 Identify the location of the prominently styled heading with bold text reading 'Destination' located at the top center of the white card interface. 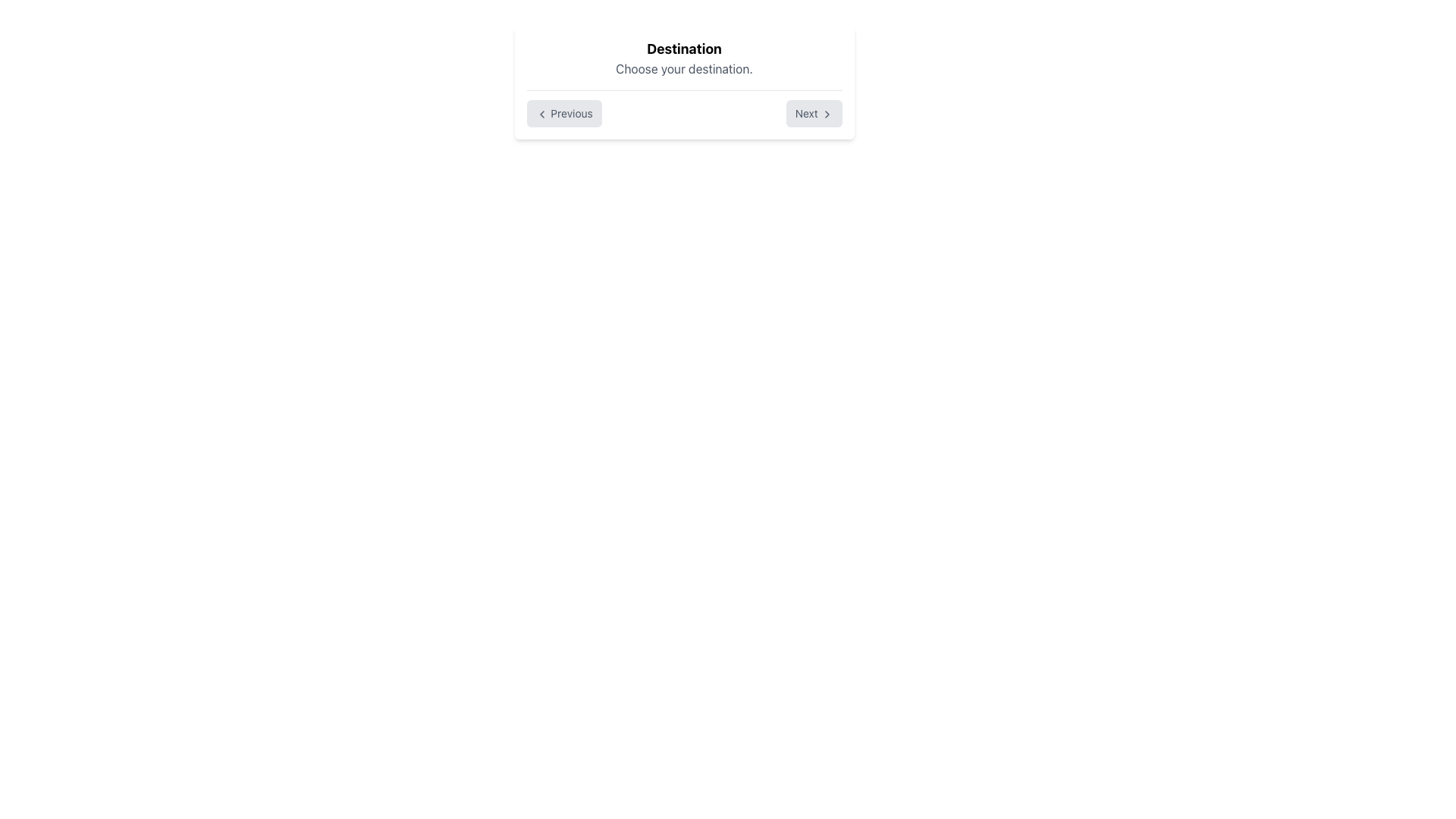
(683, 49).